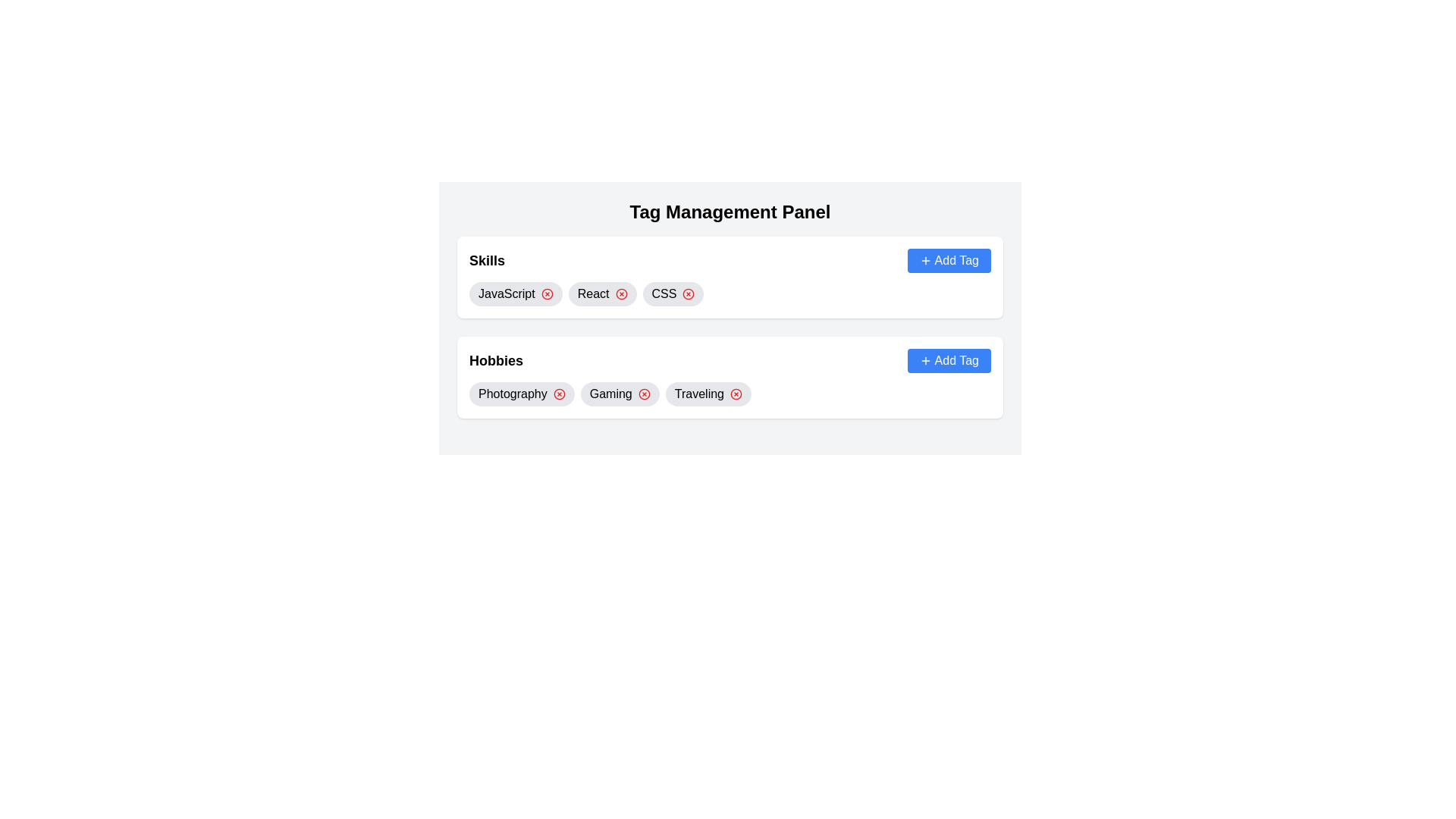 The height and width of the screenshot is (819, 1456). I want to click on the small plus icon within the 'Add Tag' button located in the 'Hobbies' category, so click(924, 360).